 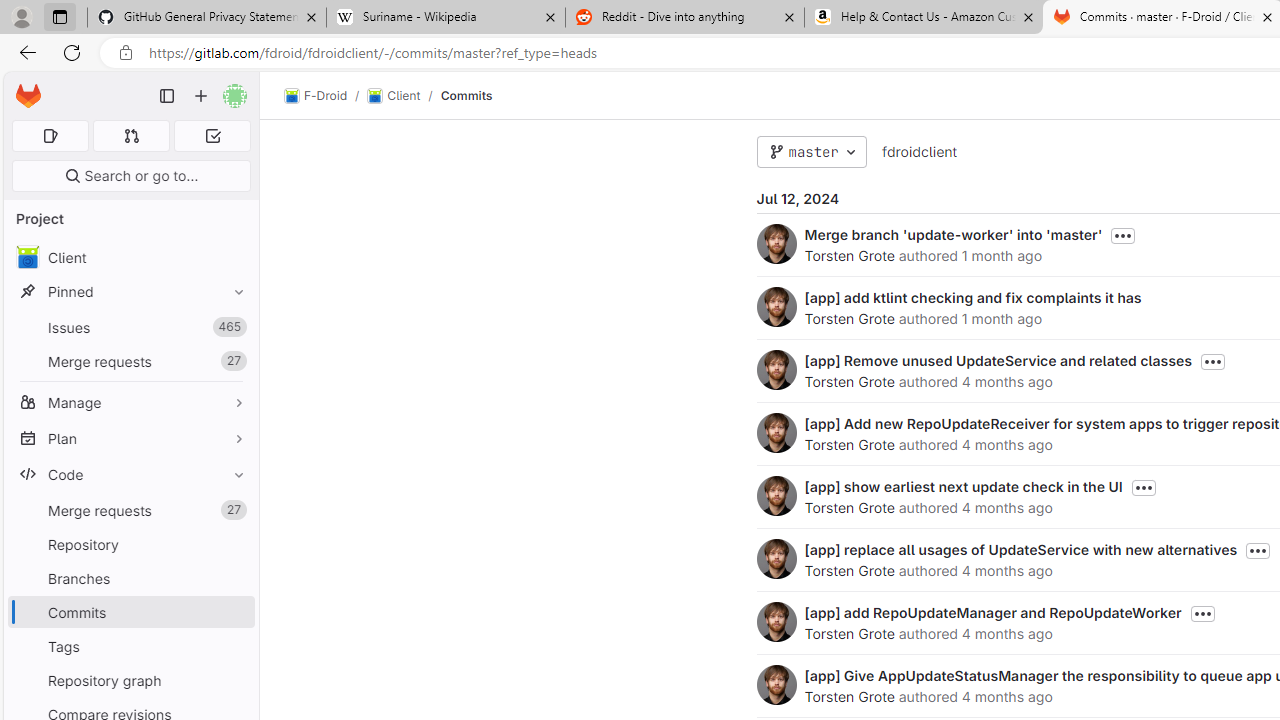 What do you see at coordinates (998, 360) in the screenshot?
I see `'[app] Remove unused UpdateService and related classes'` at bounding box center [998, 360].